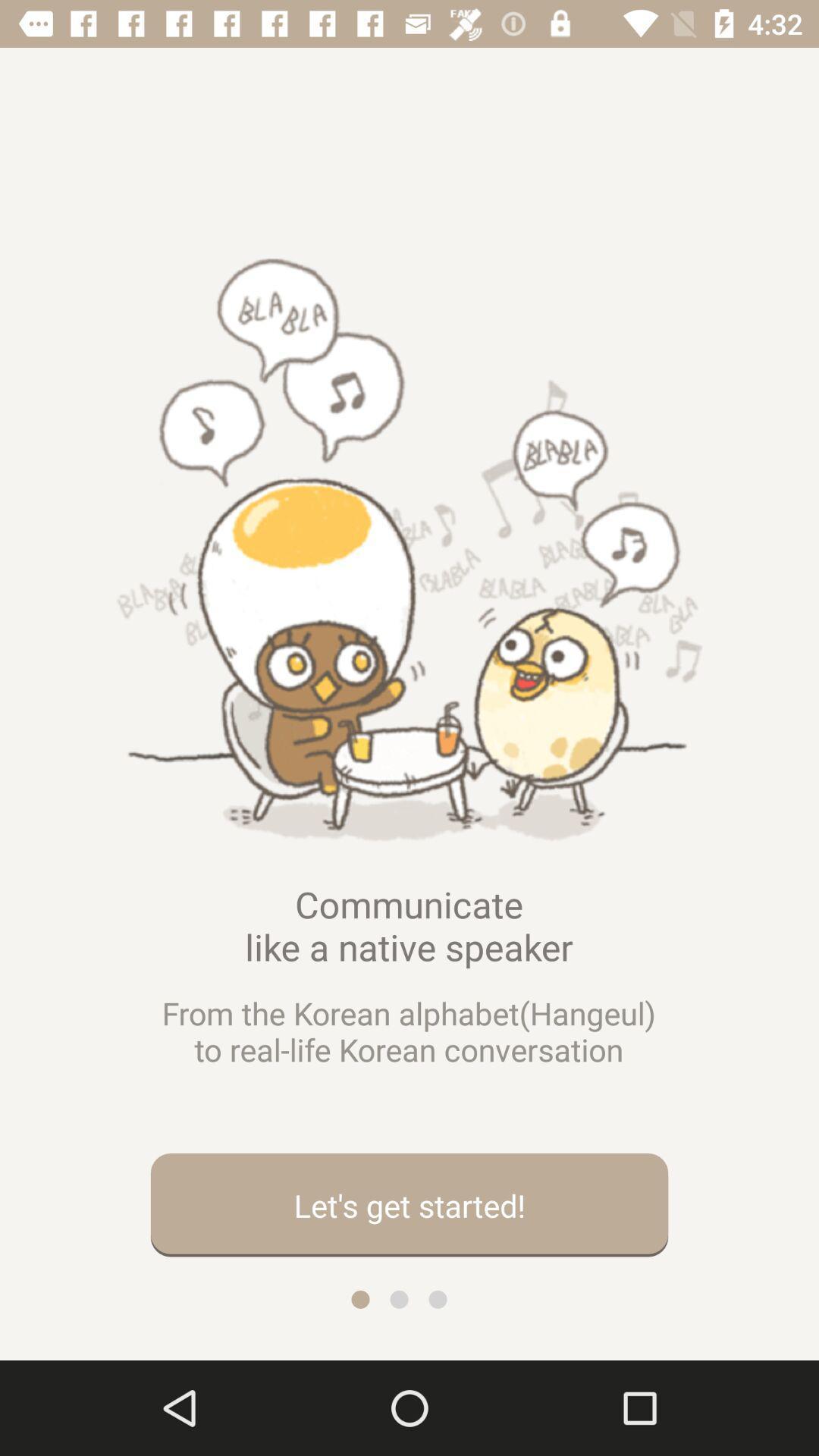  I want to click on the let s get button, so click(409, 1204).